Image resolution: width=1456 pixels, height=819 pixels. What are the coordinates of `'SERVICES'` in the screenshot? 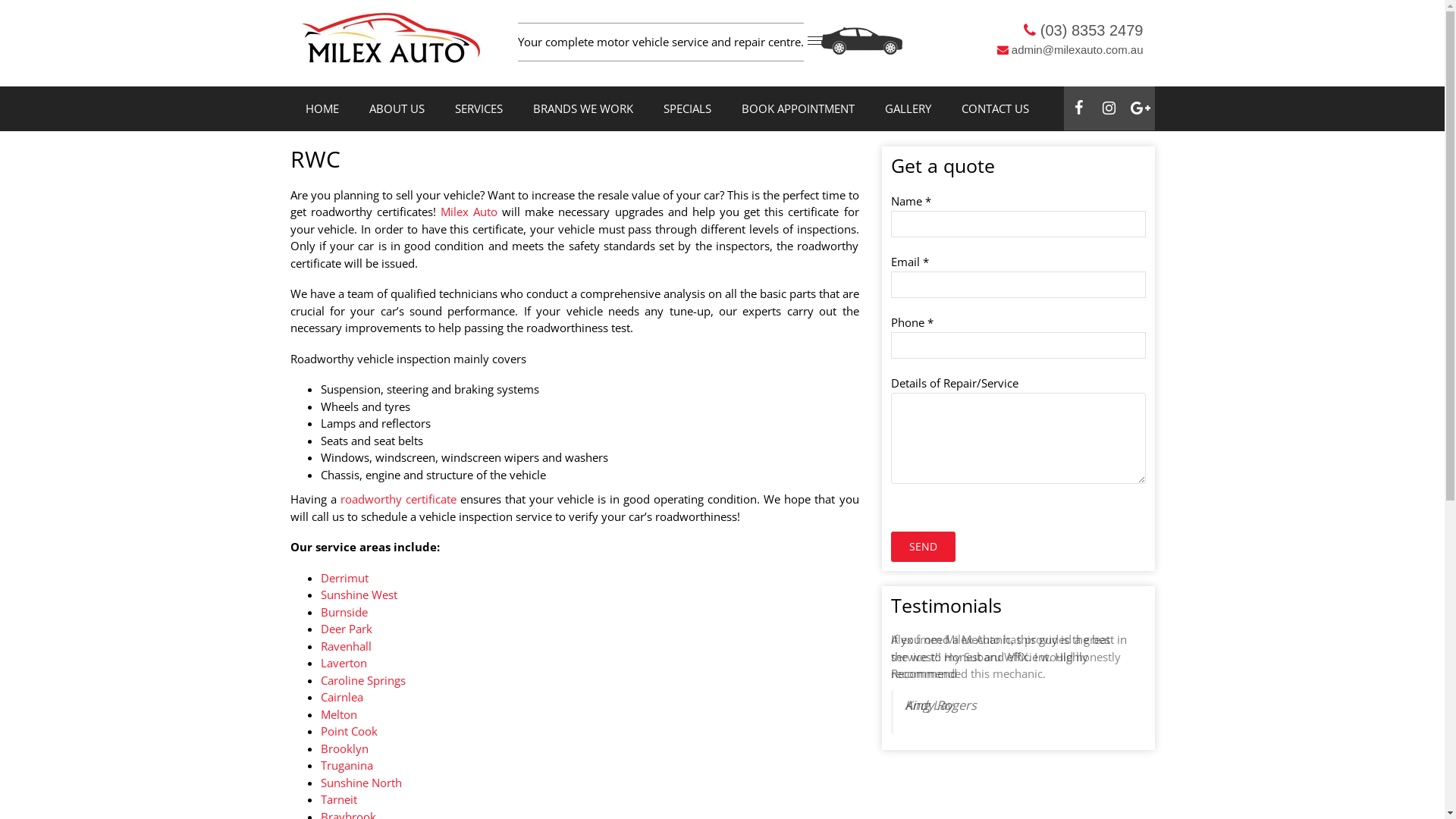 It's located at (478, 108).